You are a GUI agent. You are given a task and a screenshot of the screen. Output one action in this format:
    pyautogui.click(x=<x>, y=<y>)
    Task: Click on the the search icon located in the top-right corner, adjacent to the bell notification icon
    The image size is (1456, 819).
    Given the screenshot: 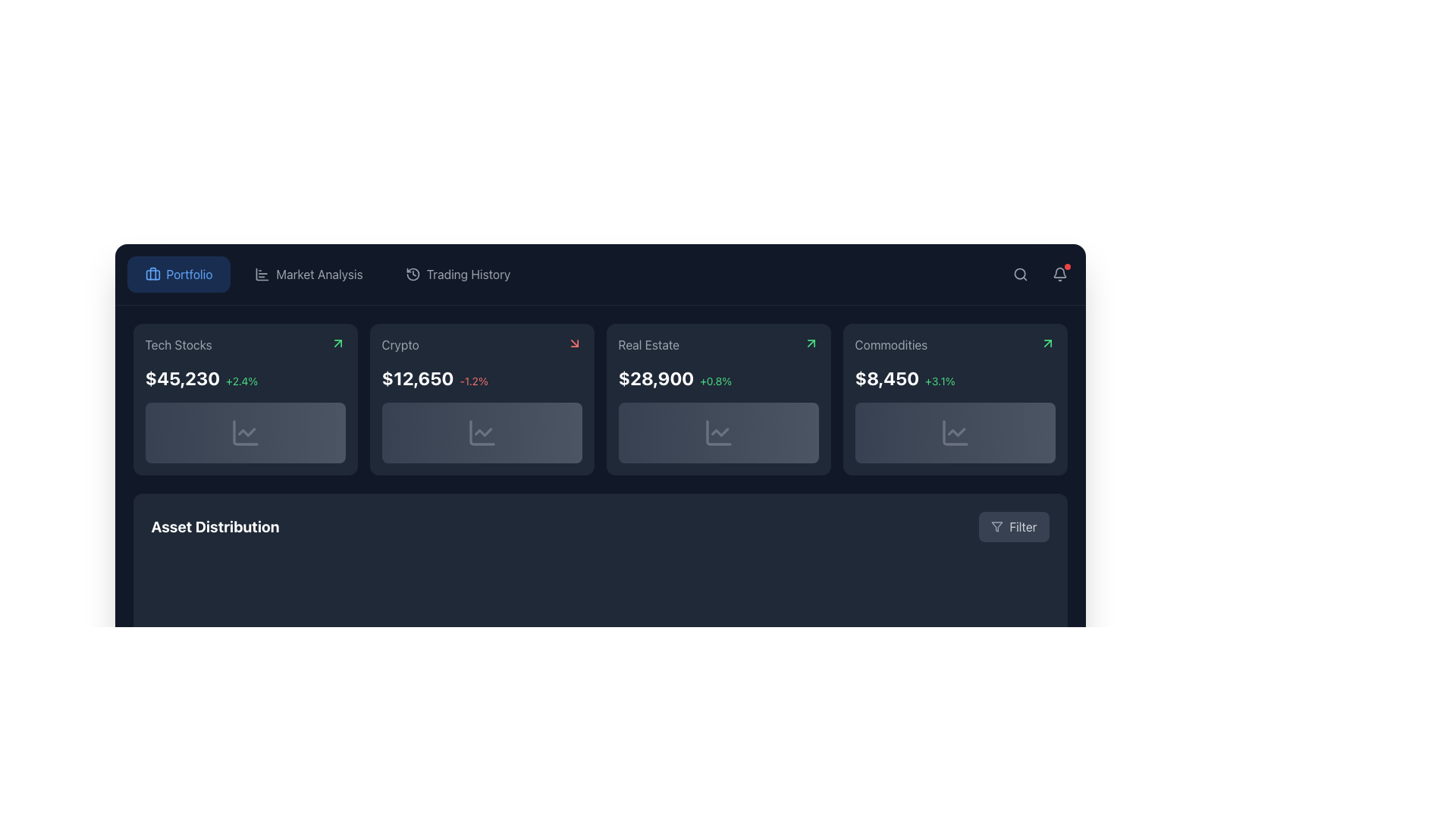 What is the action you would take?
    pyautogui.click(x=1020, y=275)
    